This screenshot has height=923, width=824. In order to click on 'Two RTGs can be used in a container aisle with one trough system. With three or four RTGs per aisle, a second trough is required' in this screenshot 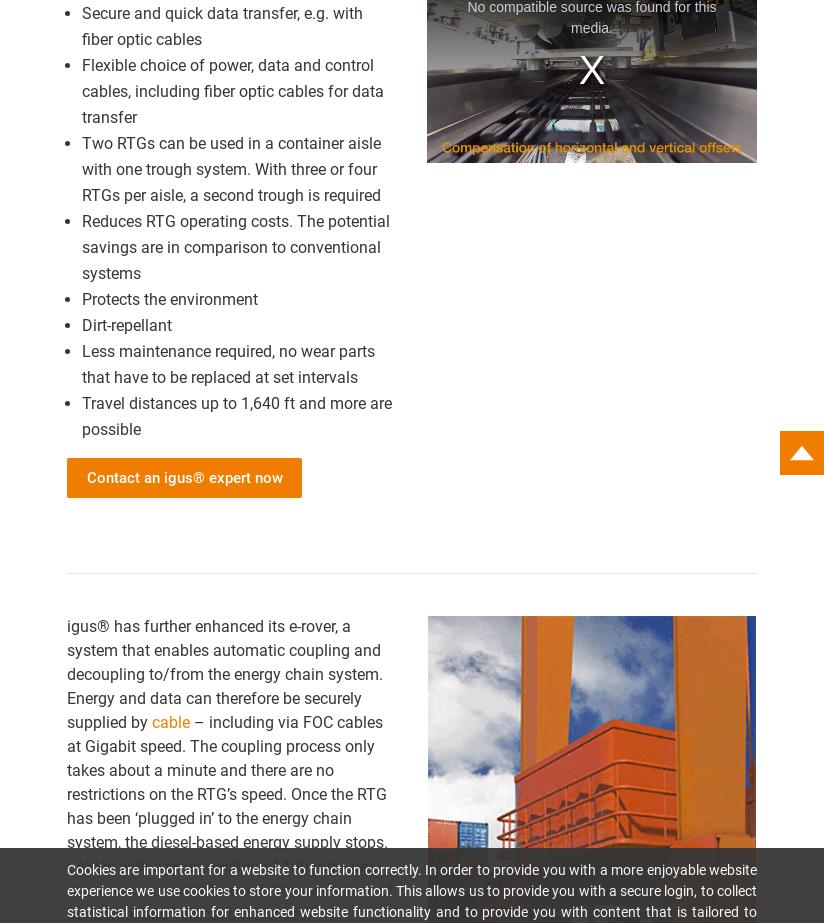, I will do `click(80, 168)`.